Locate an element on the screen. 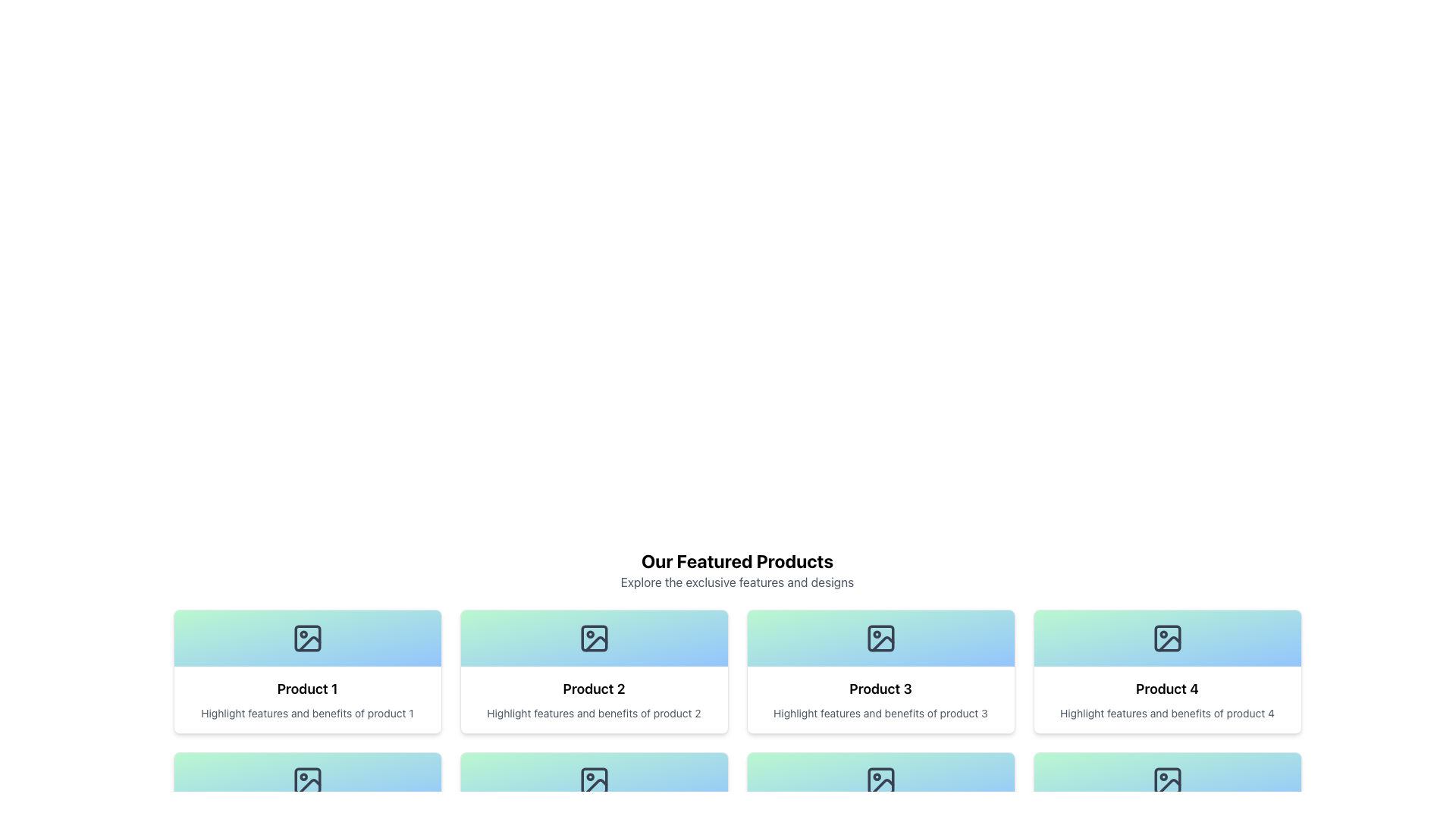  the Text Block containing the heading 'Product 4' and the subtext 'Highlight features and benefits of product 4' located in the bottom part of a light-themed card in the fourth position from the left in the top row of a grid layout is located at coordinates (1166, 699).